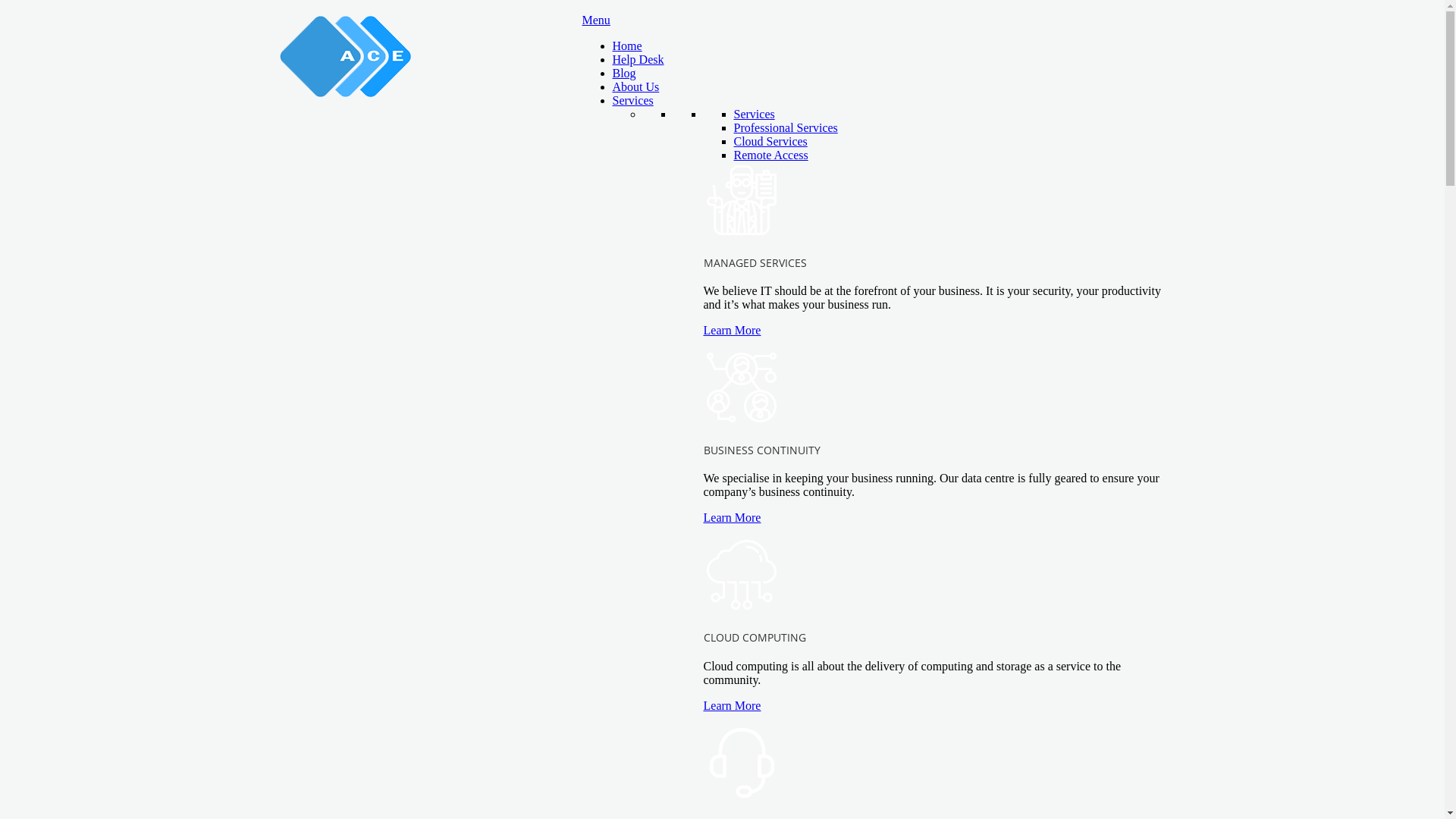 This screenshot has width=1456, height=819. What do you see at coordinates (638, 58) in the screenshot?
I see `'Help Desk'` at bounding box center [638, 58].